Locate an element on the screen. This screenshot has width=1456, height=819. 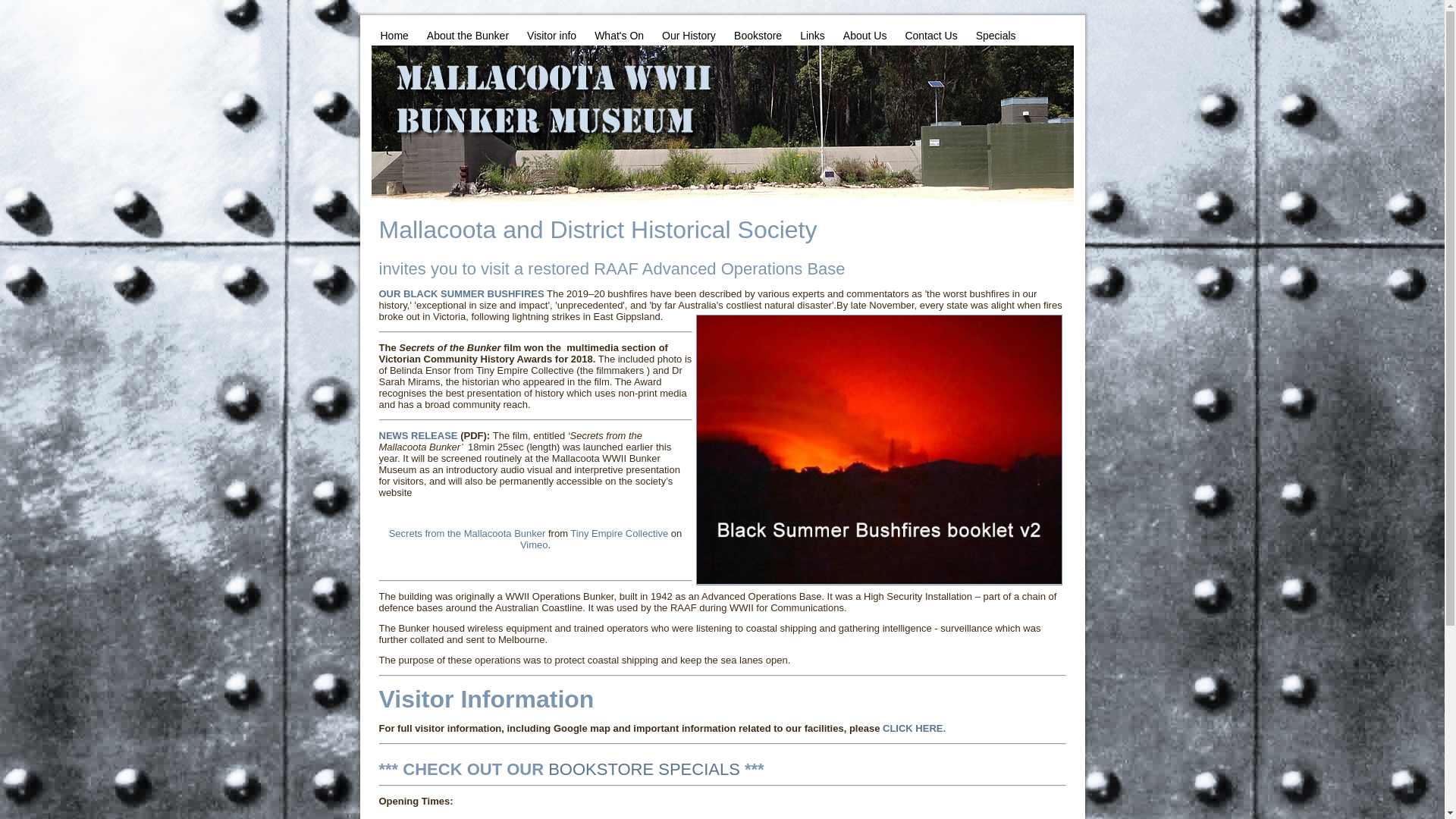
'BOOKSTORE SPECIALS' is located at coordinates (644, 769).